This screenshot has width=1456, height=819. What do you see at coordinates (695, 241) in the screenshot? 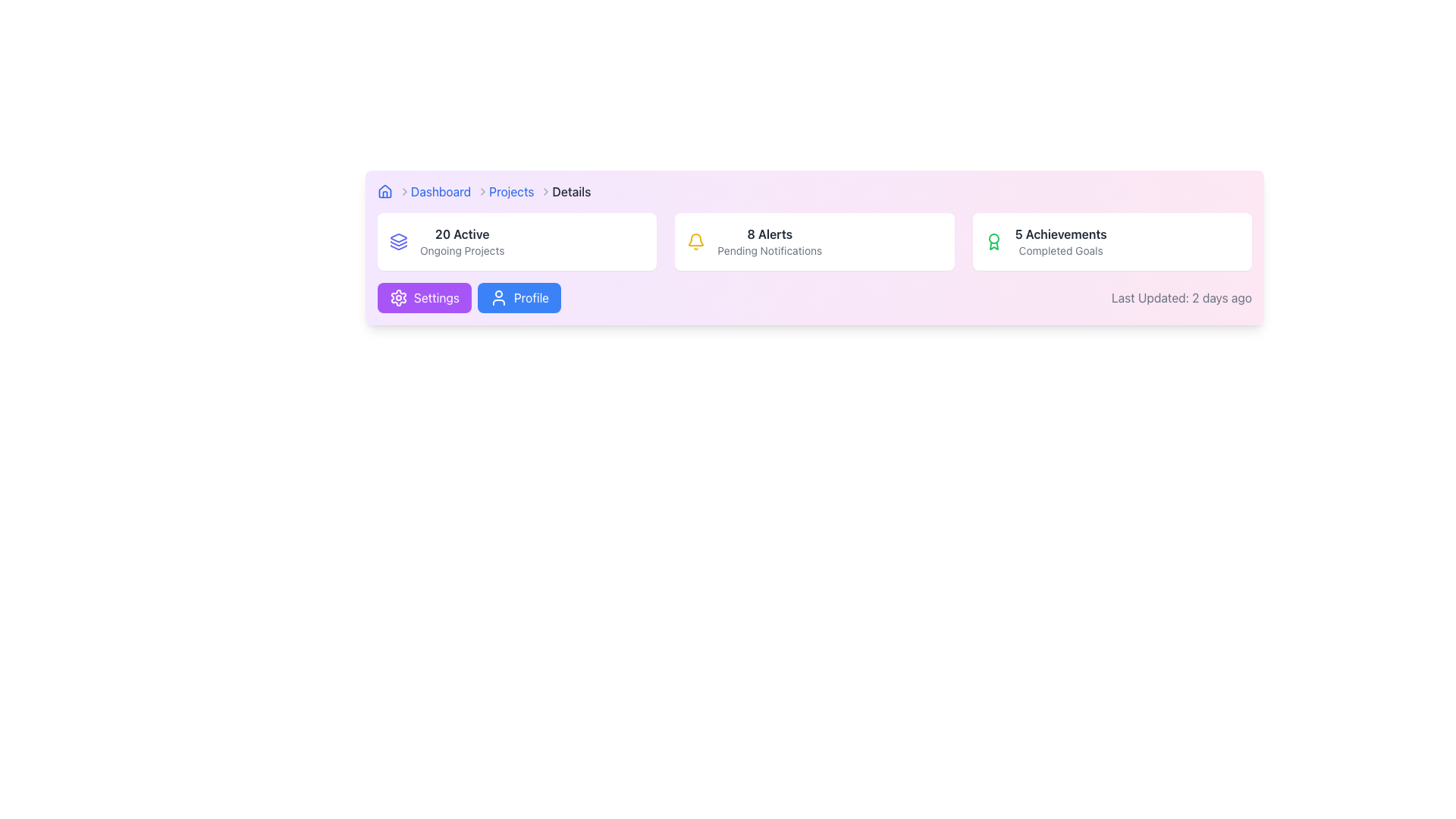
I see `the bell-shaped yellow icon located within the card labeled '8 Alerts' at the specified coordinates` at bounding box center [695, 241].